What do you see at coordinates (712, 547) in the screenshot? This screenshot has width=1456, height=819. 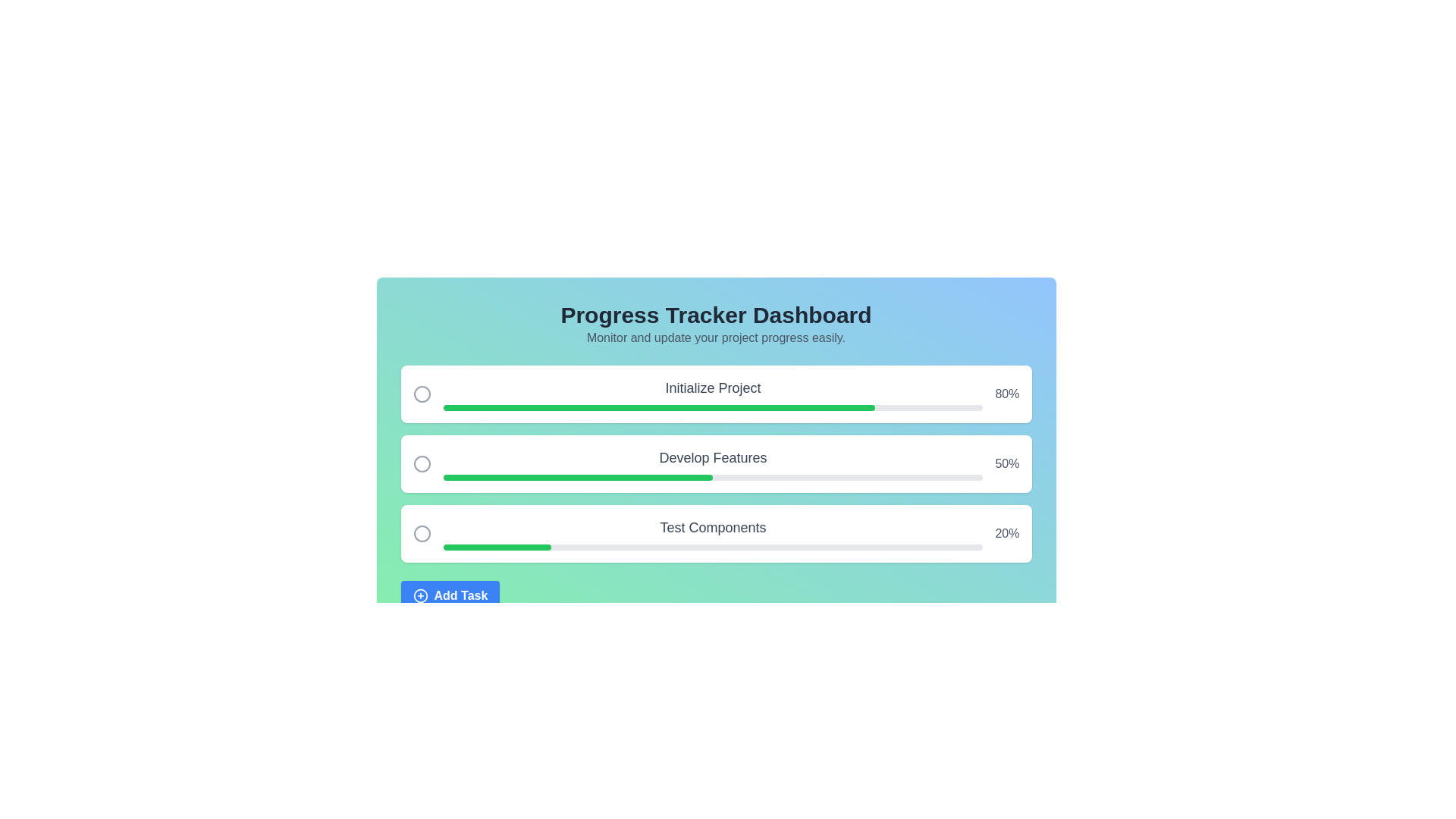 I see `the completion status of the progress bar indicating 20% completion for the 'Test Components' task, located at the bottom of the 'Test Components' section` at bounding box center [712, 547].